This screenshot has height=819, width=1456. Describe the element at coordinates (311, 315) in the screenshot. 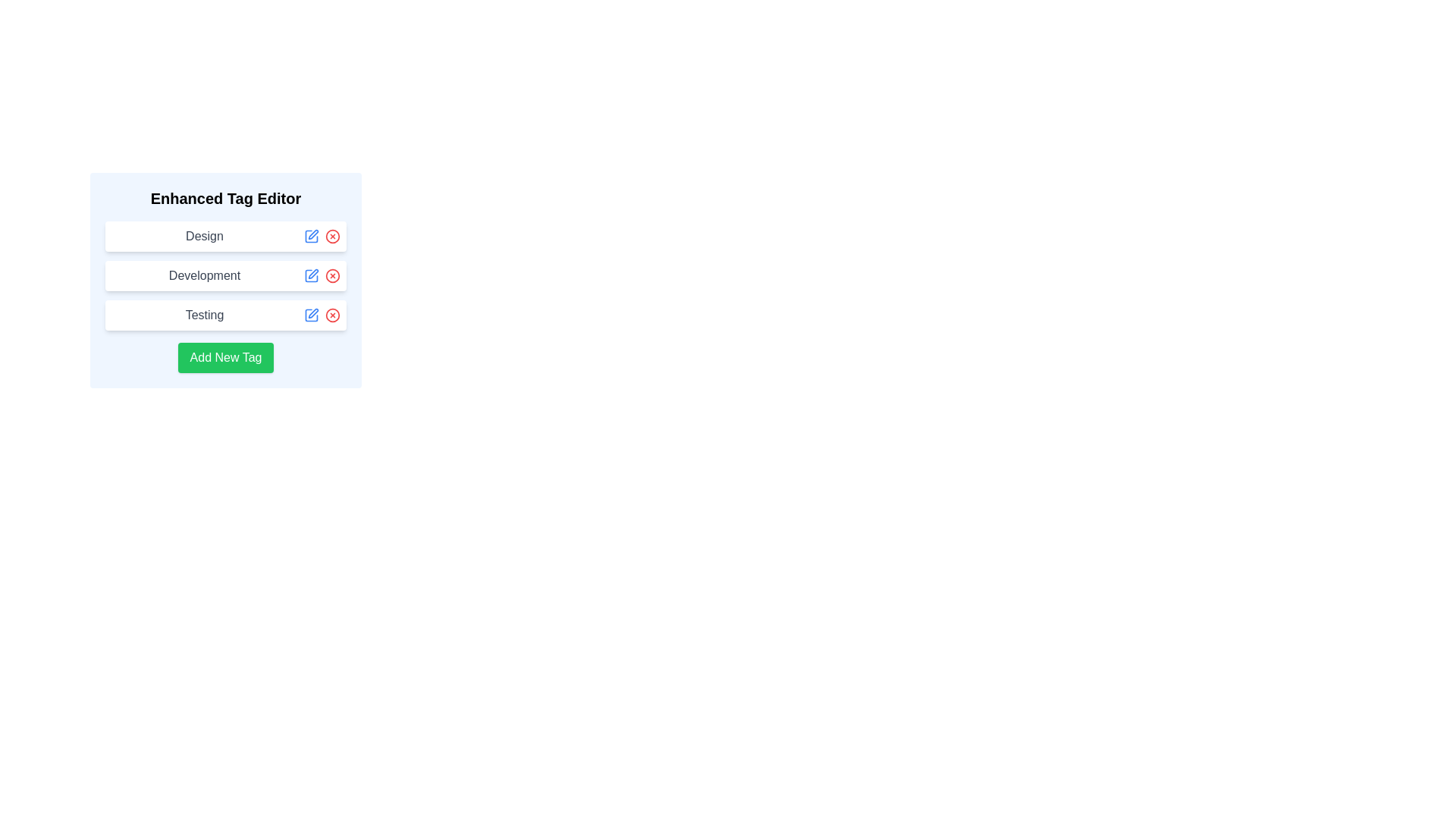

I see `the blue pen icon button in the 'Enhanced Tag Editor' section to initiate edit mode for the 'Testing' tag` at that location.